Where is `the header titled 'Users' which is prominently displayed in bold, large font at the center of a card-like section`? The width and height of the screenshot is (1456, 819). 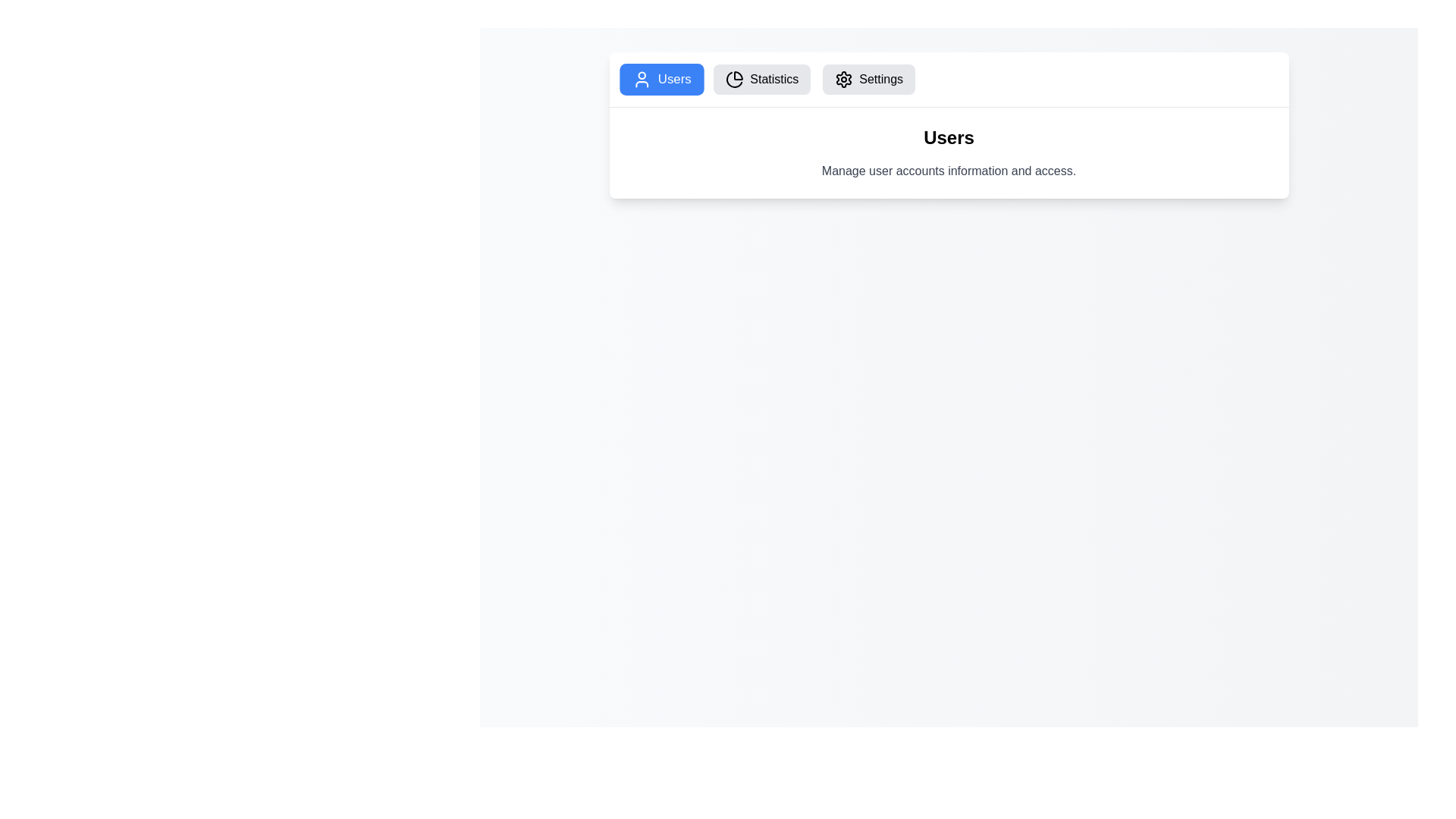 the header titled 'Users' which is prominently displayed in bold, large font at the center of a card-like section is located at coordinates (948, 137).